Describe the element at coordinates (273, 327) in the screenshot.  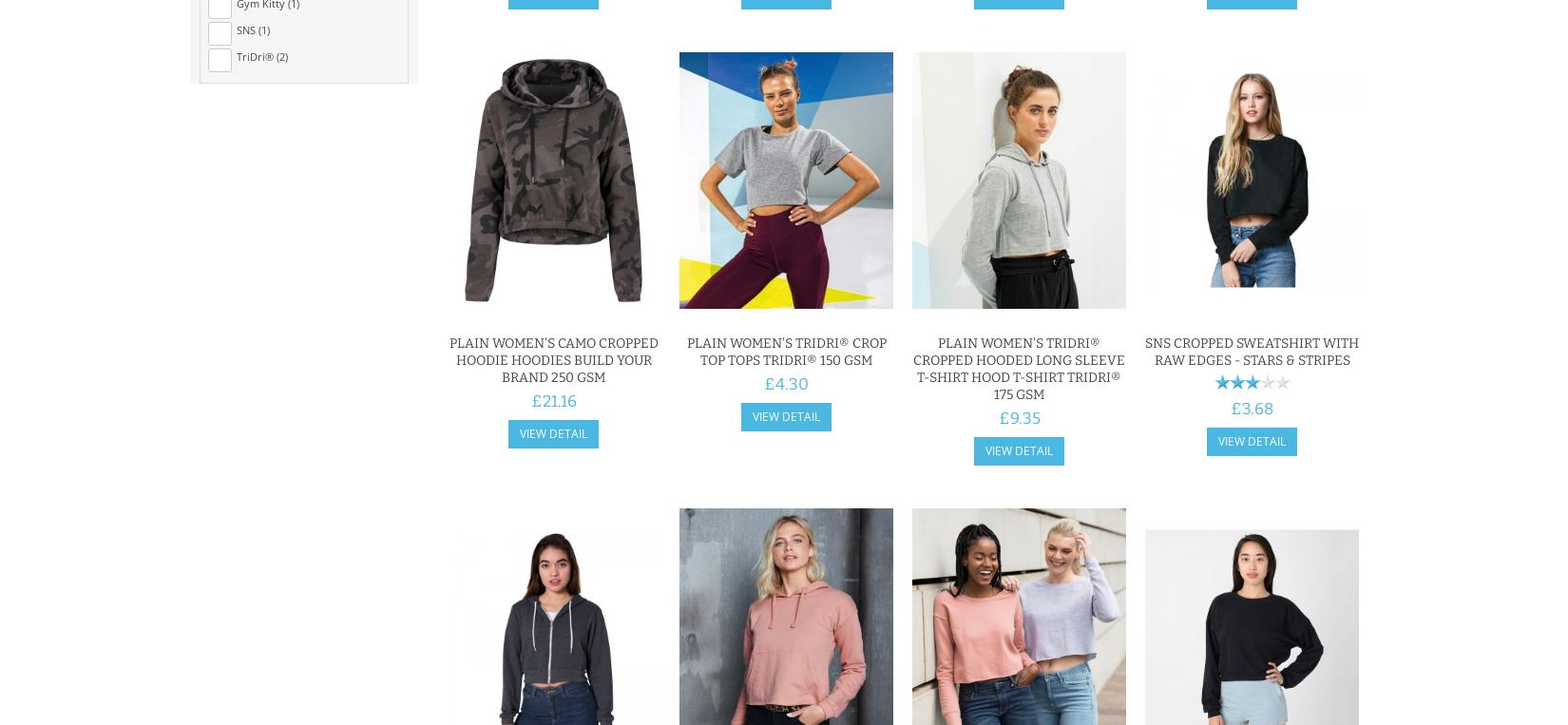
I see `'Peppermint (1)'` at that location.